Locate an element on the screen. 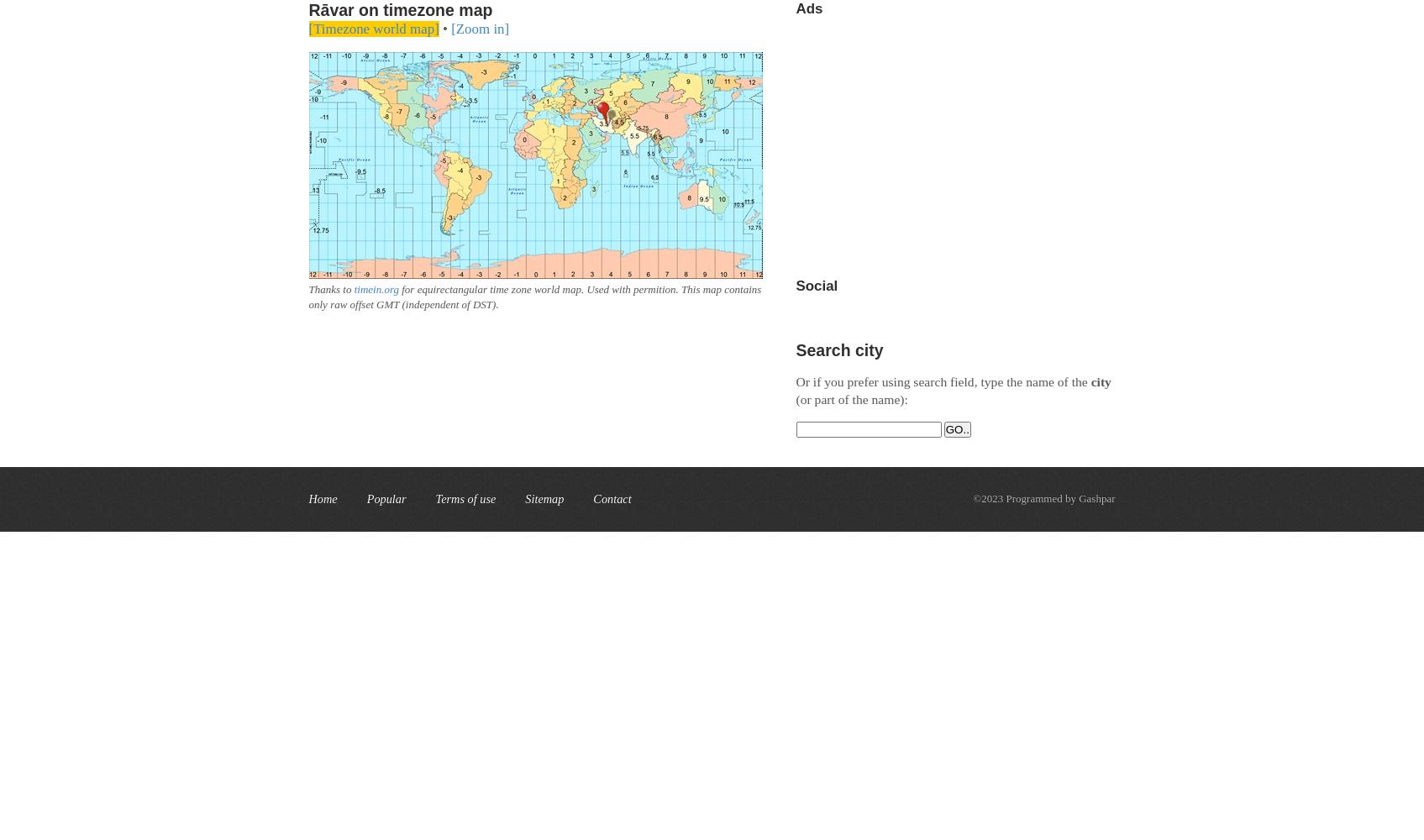 The image size is (1424, 840). '[Timezone world map]' is located at coordinates (373, 29).